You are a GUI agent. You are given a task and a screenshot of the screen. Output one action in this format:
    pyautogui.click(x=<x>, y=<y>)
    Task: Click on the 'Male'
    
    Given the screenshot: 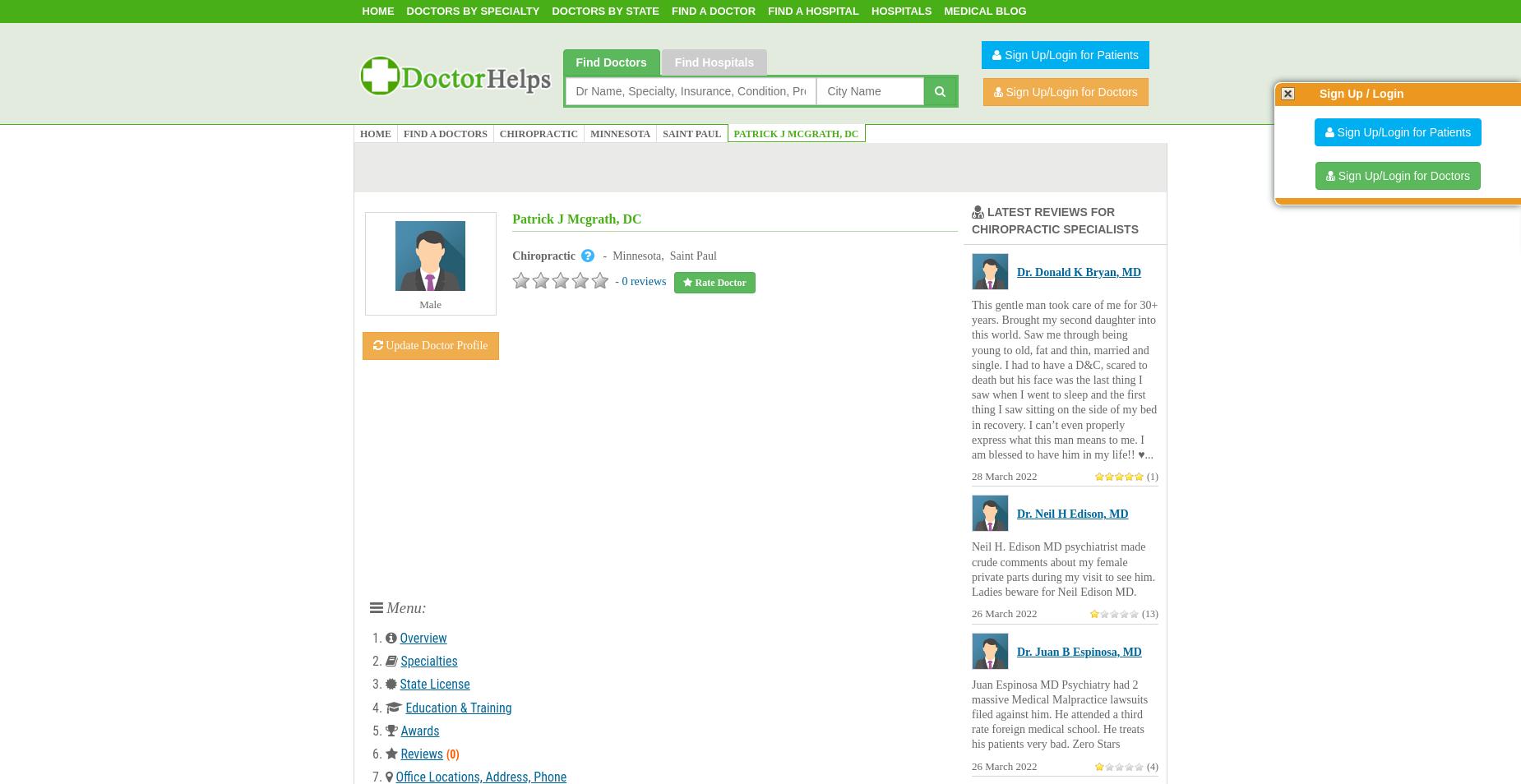 What is the action you would take?
    pyautogui.click(x=429, y=304)
    